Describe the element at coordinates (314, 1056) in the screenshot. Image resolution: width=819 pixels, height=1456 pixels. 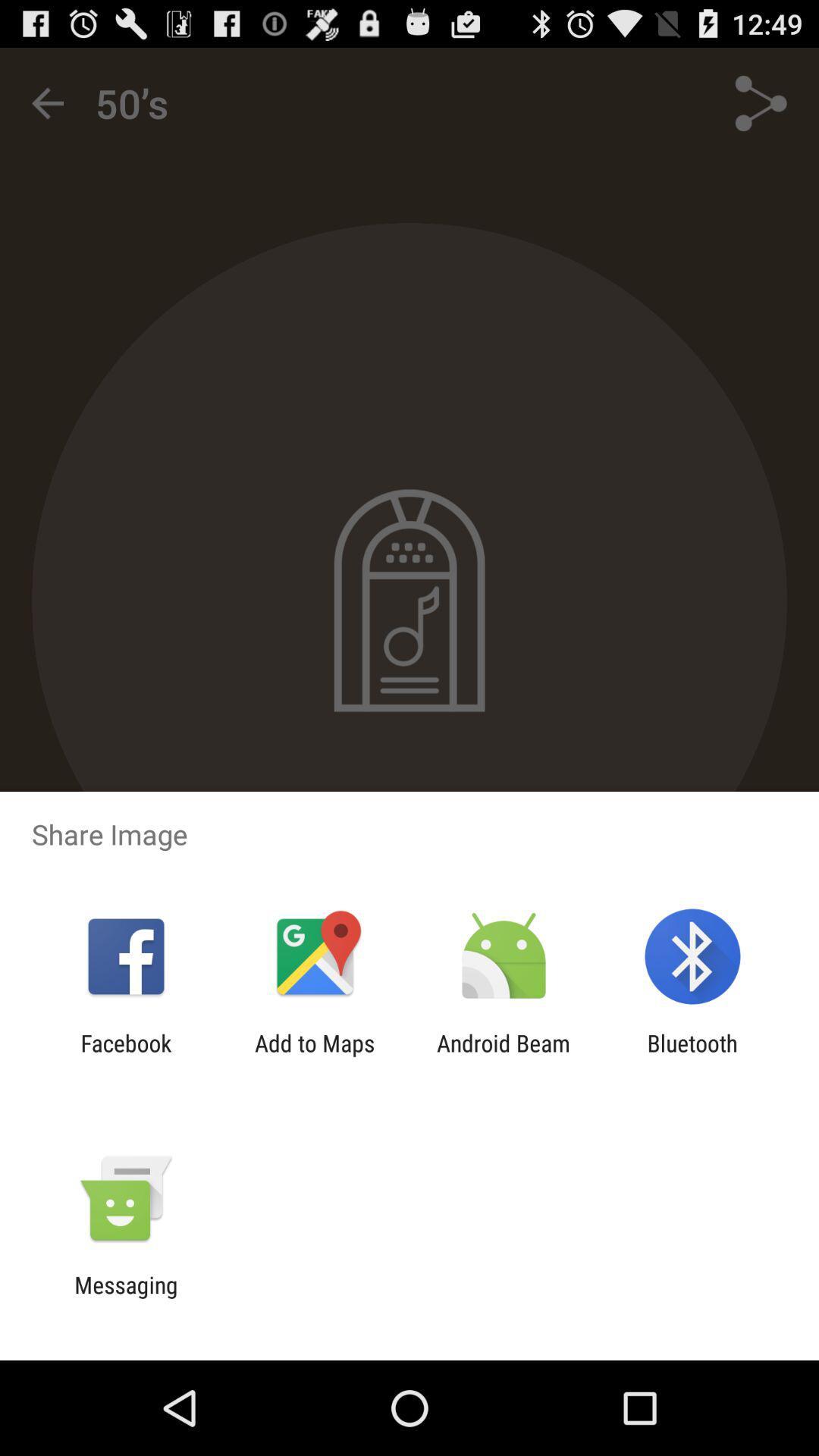
I see `add to maps icon` at that location.